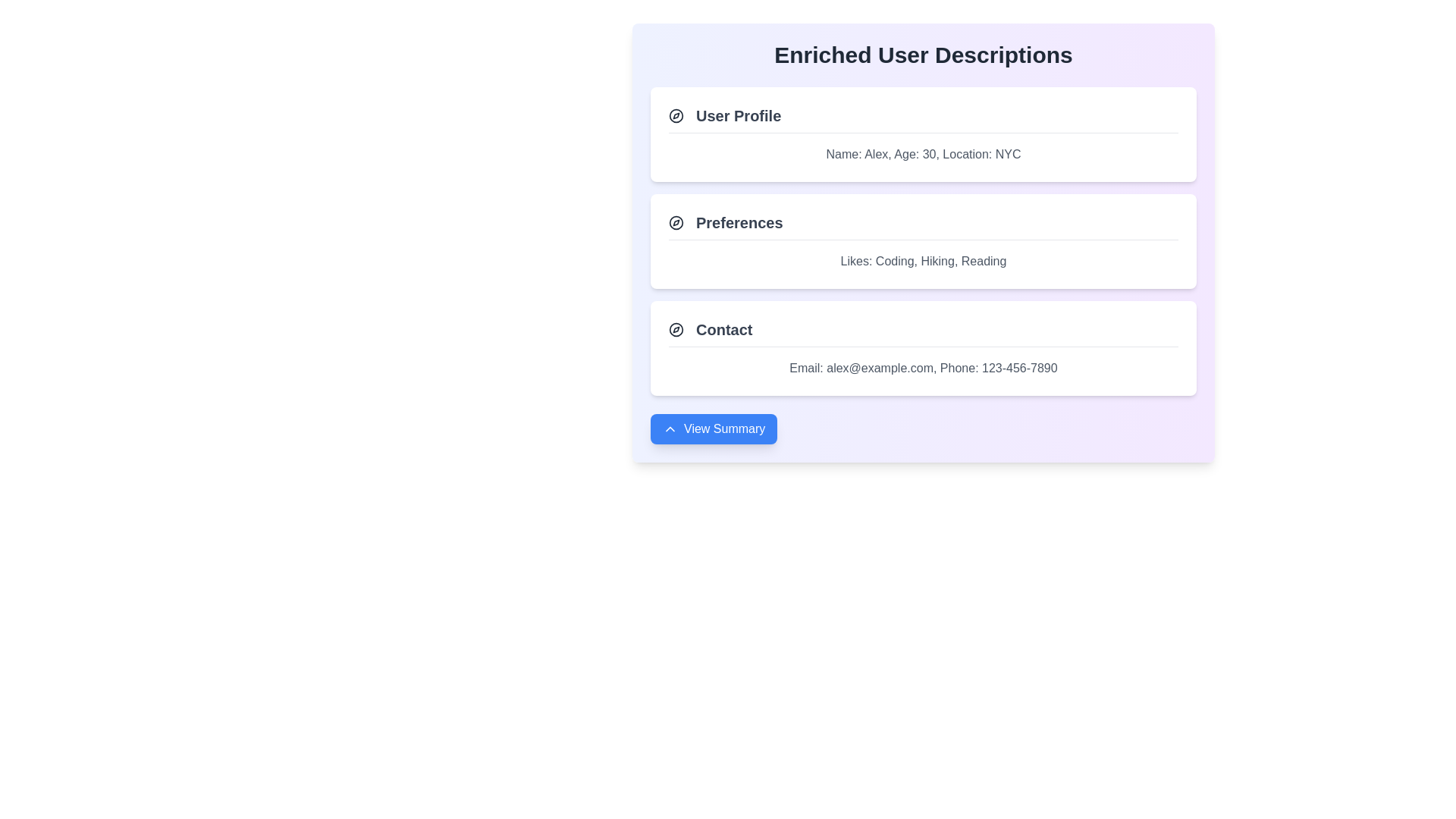  What do you see at coordinates (713, 429) in the screenshot?
I see `the blue button labeled 'View Summary' with a left-pointing chevron icon, located at the bottom center of the panel labeled 'Enriched User Descriptions'` at bounding box center [713, 429].